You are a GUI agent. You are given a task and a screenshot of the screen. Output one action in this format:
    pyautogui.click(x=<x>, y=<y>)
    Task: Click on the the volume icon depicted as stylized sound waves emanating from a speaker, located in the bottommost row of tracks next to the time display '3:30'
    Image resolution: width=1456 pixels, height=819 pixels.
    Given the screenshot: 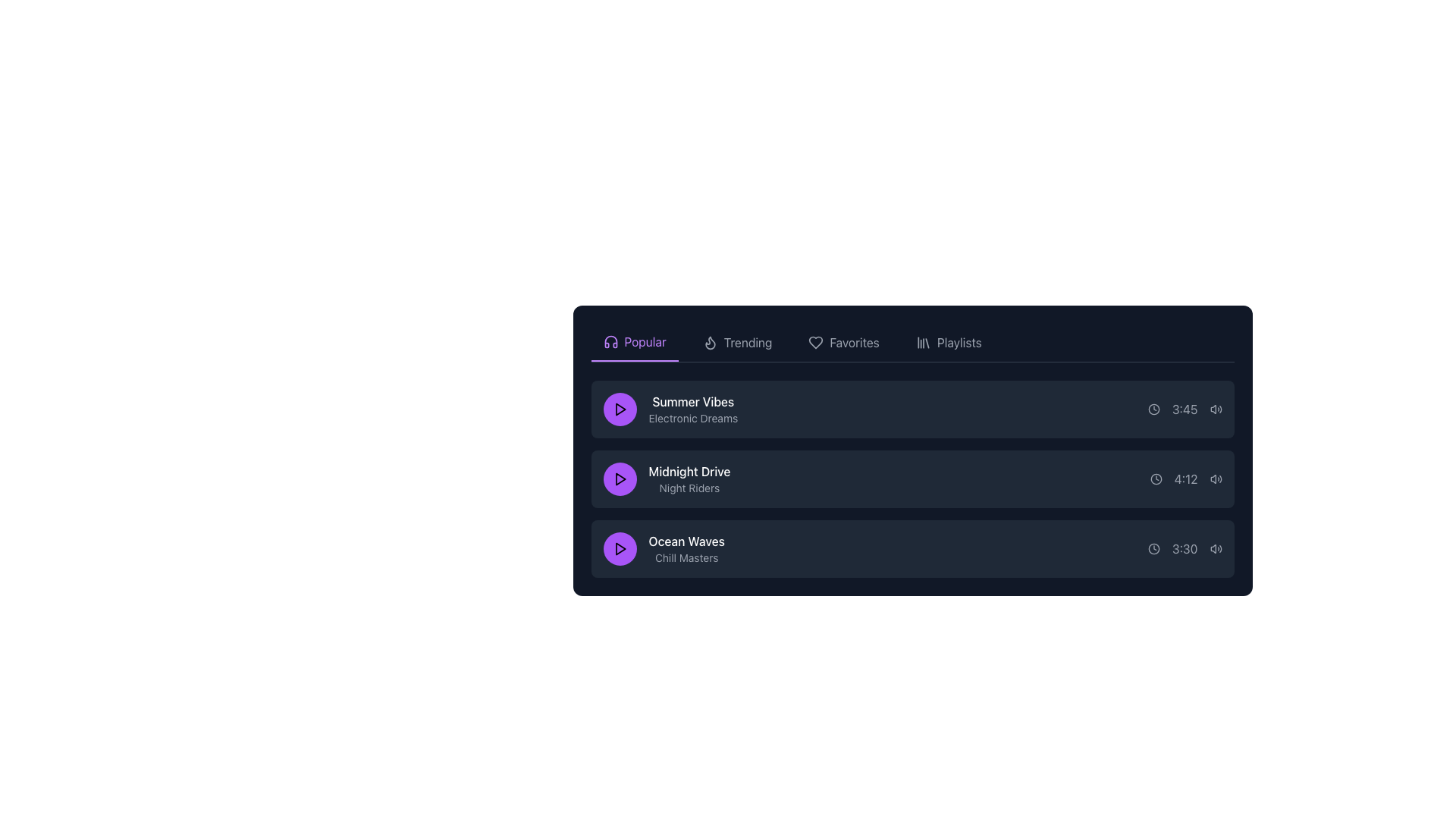 What is the action you would take?
    pyautogui.click(x=1216, y=549)
    